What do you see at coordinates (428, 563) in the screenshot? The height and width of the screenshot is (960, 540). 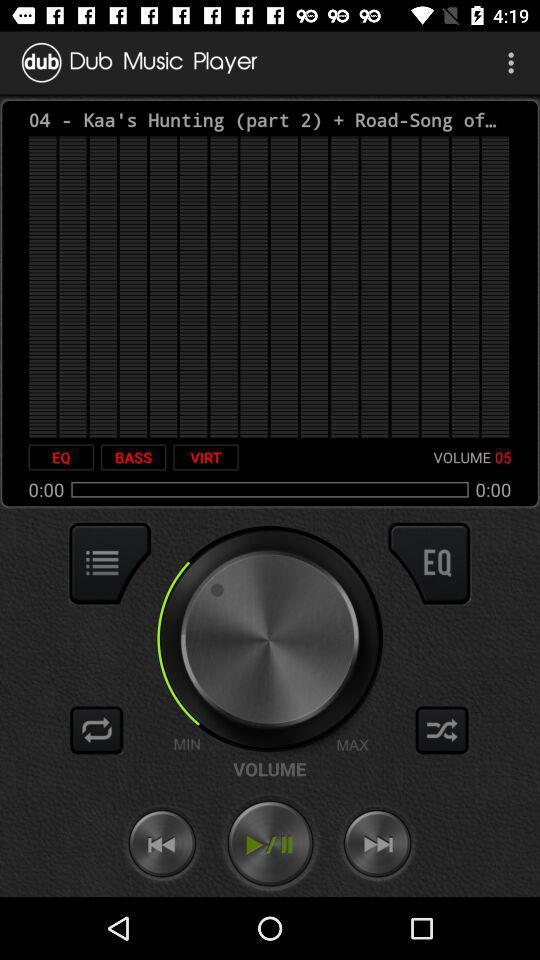 I see `push for equalizer` at bounding box center [428, 563].